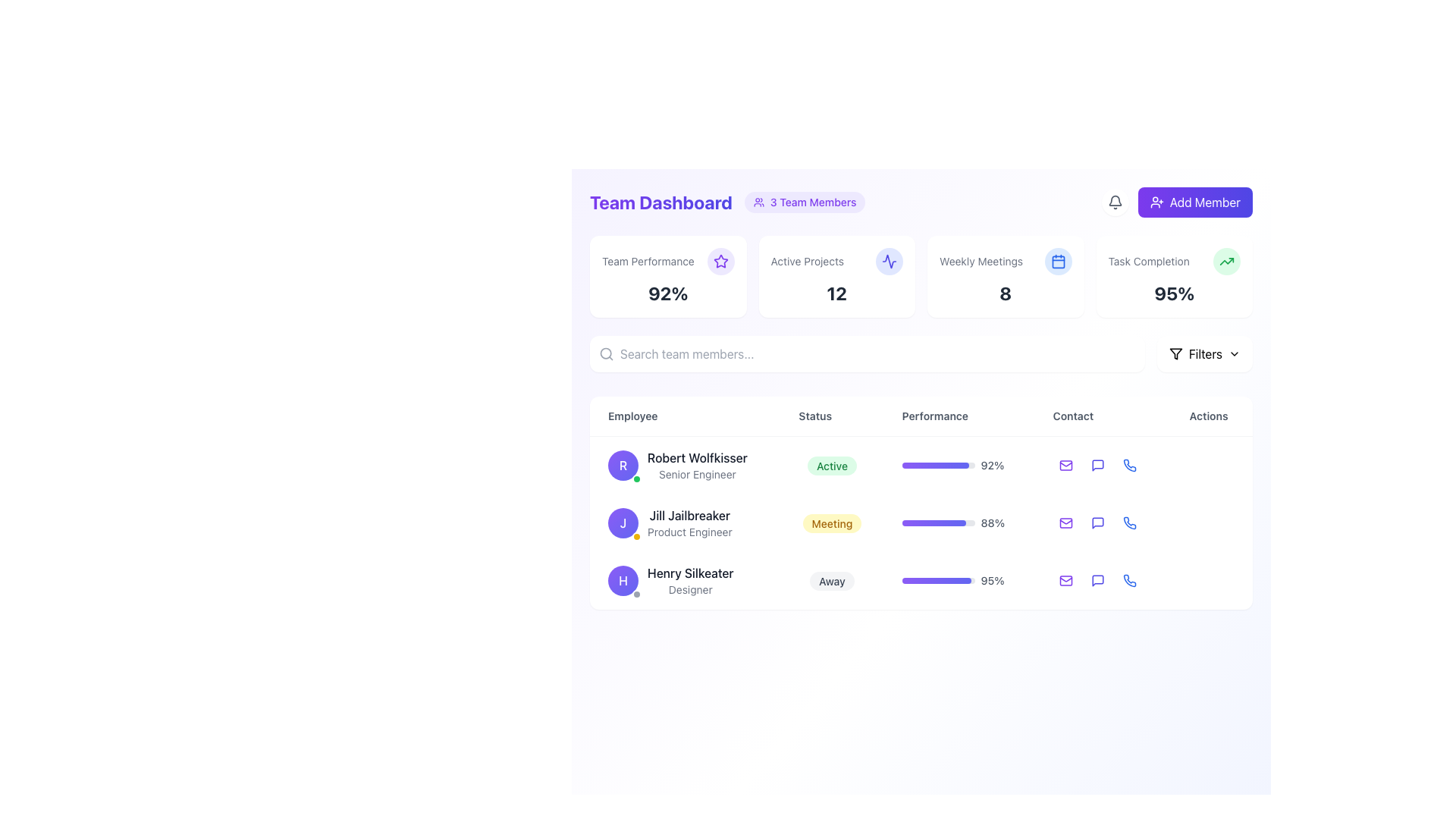 This screenshot has width=1456, height=819. I want to click on the Profile item displaying 'Robert Wolfkisser', so click(684, 464).